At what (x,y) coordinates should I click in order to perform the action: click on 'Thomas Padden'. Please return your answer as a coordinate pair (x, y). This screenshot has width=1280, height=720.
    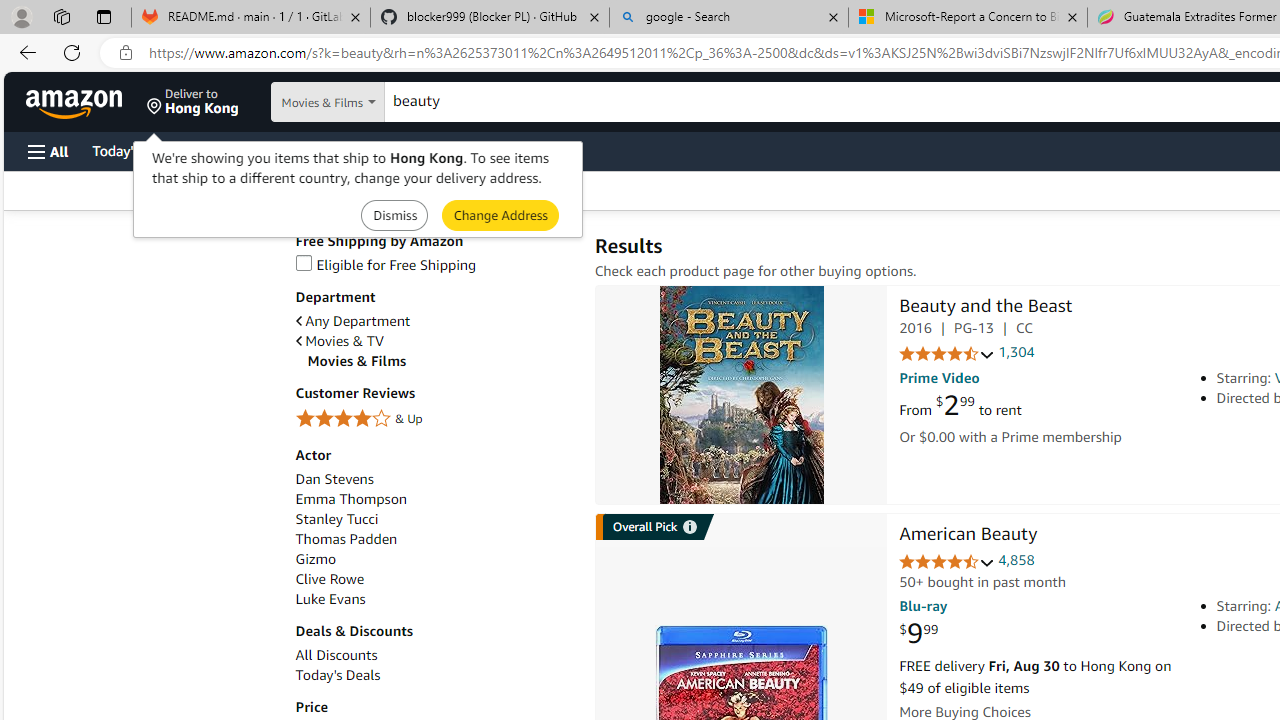
    Looking at the image, I should click on (433, 538).